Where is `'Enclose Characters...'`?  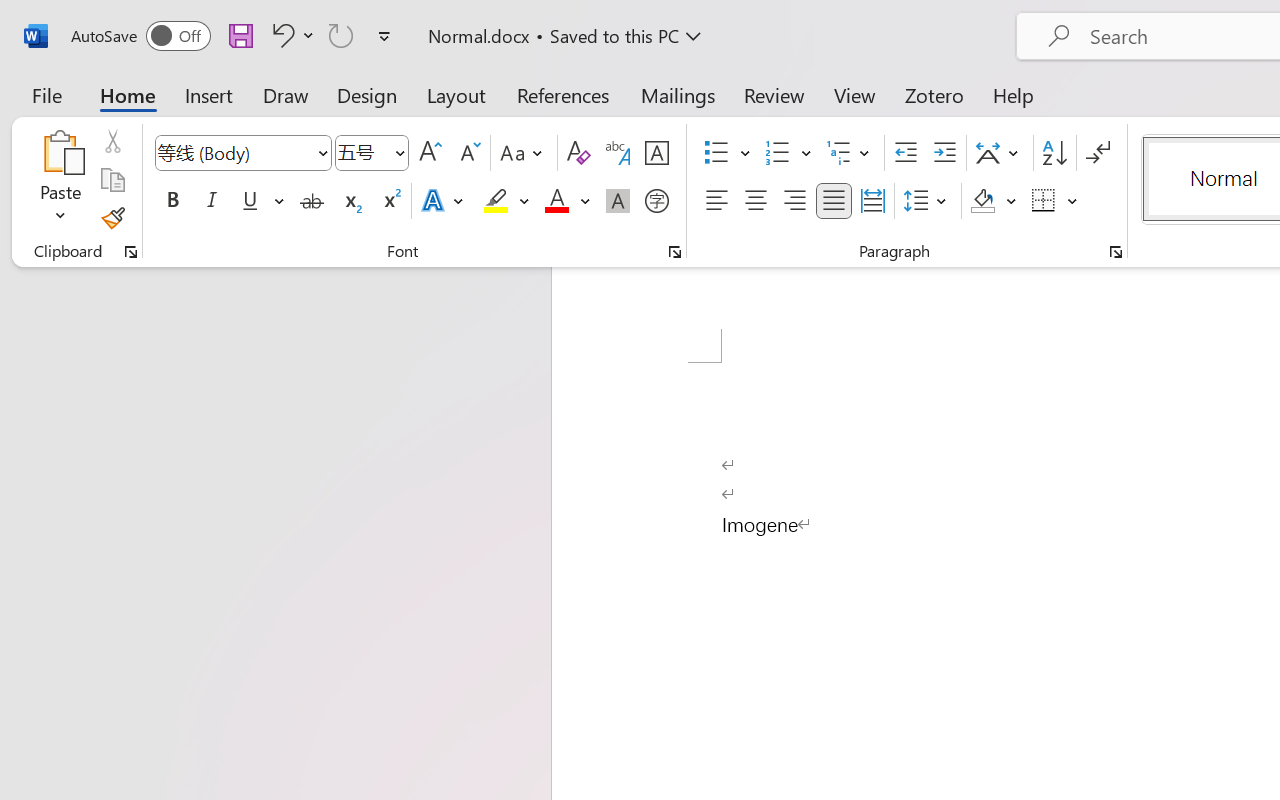 'Enclose Characters...' is located at coordinates (656, 201).